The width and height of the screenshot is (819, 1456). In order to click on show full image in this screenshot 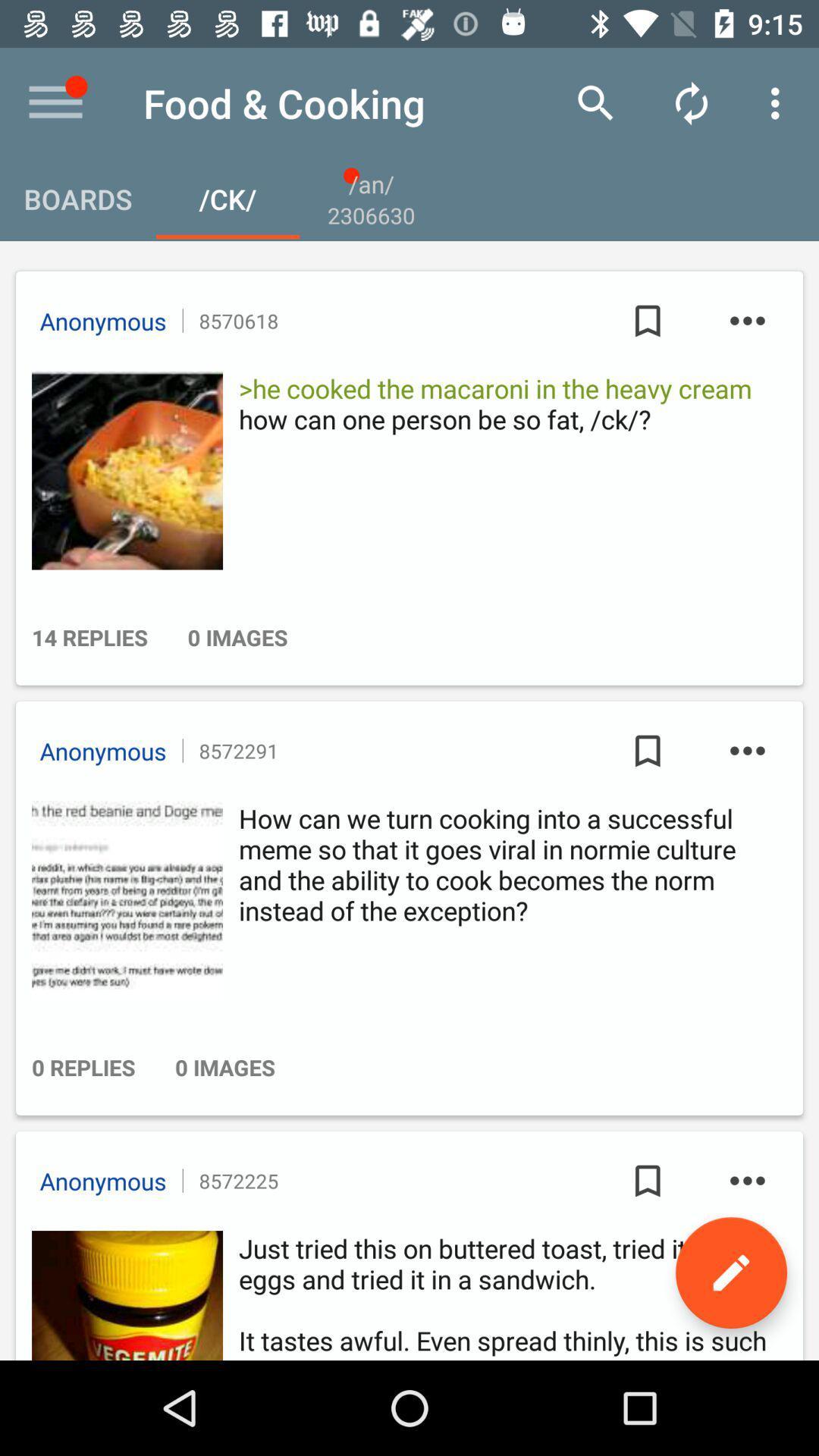, I will do `click(122, 469)`.